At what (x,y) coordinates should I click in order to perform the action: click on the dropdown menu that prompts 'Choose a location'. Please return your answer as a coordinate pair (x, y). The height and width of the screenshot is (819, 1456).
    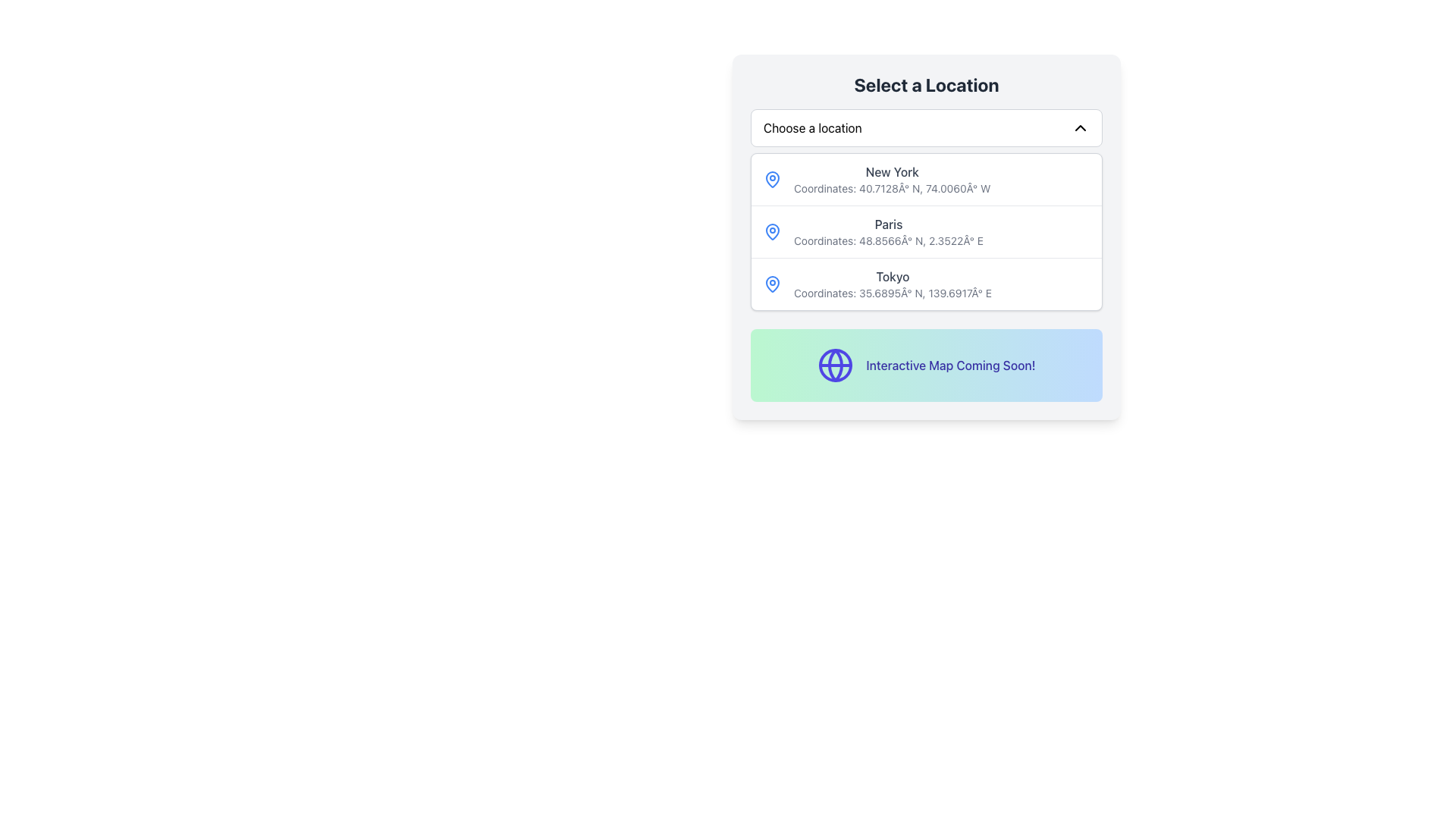
    Looking at the image, I should click on (926, 127).